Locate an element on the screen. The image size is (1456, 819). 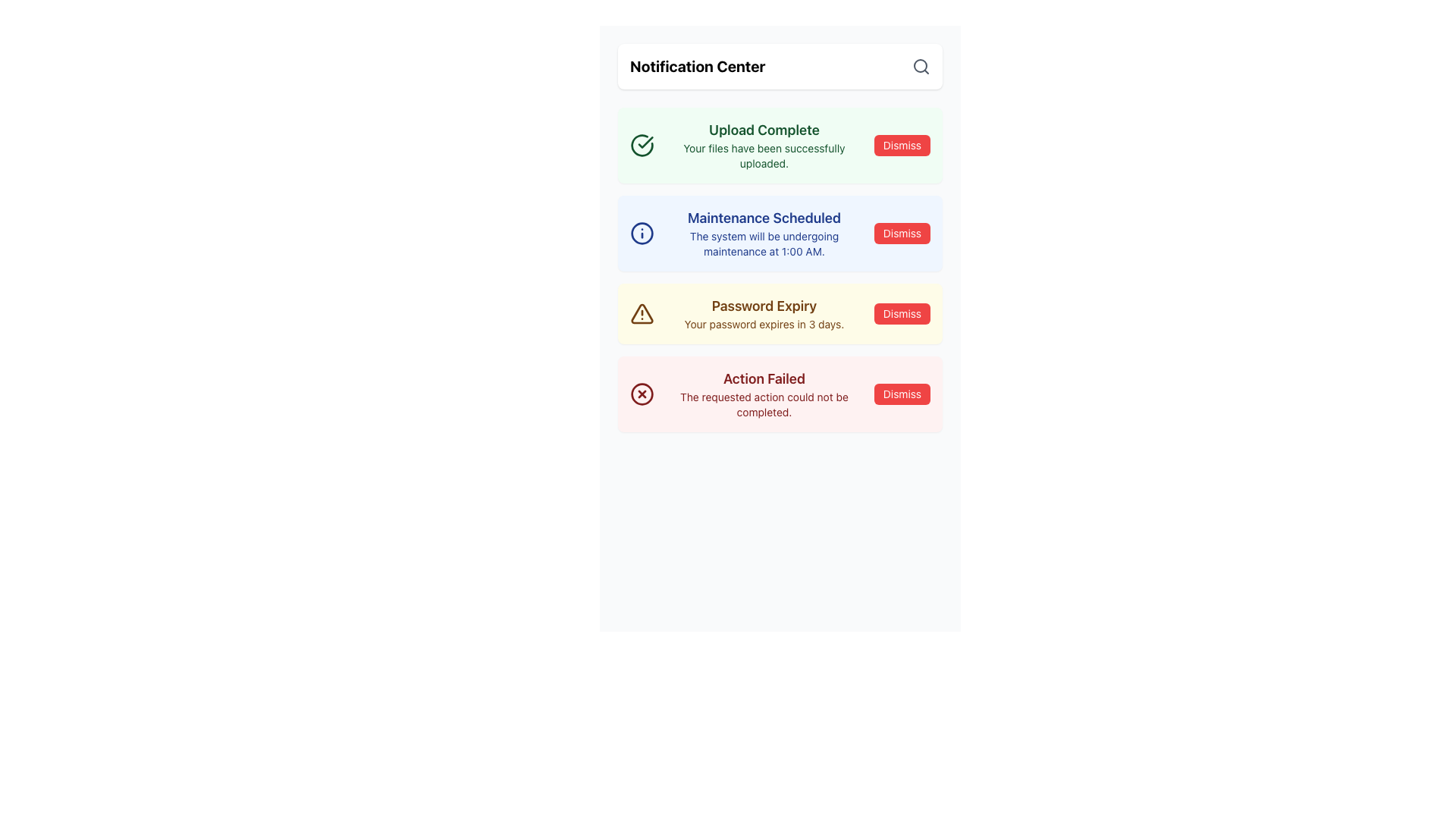
text from the primary header of the last notification box, which indicates a failure action alert, located at the bottom of the 'Notification Center' is located at coordinates (764, 378).